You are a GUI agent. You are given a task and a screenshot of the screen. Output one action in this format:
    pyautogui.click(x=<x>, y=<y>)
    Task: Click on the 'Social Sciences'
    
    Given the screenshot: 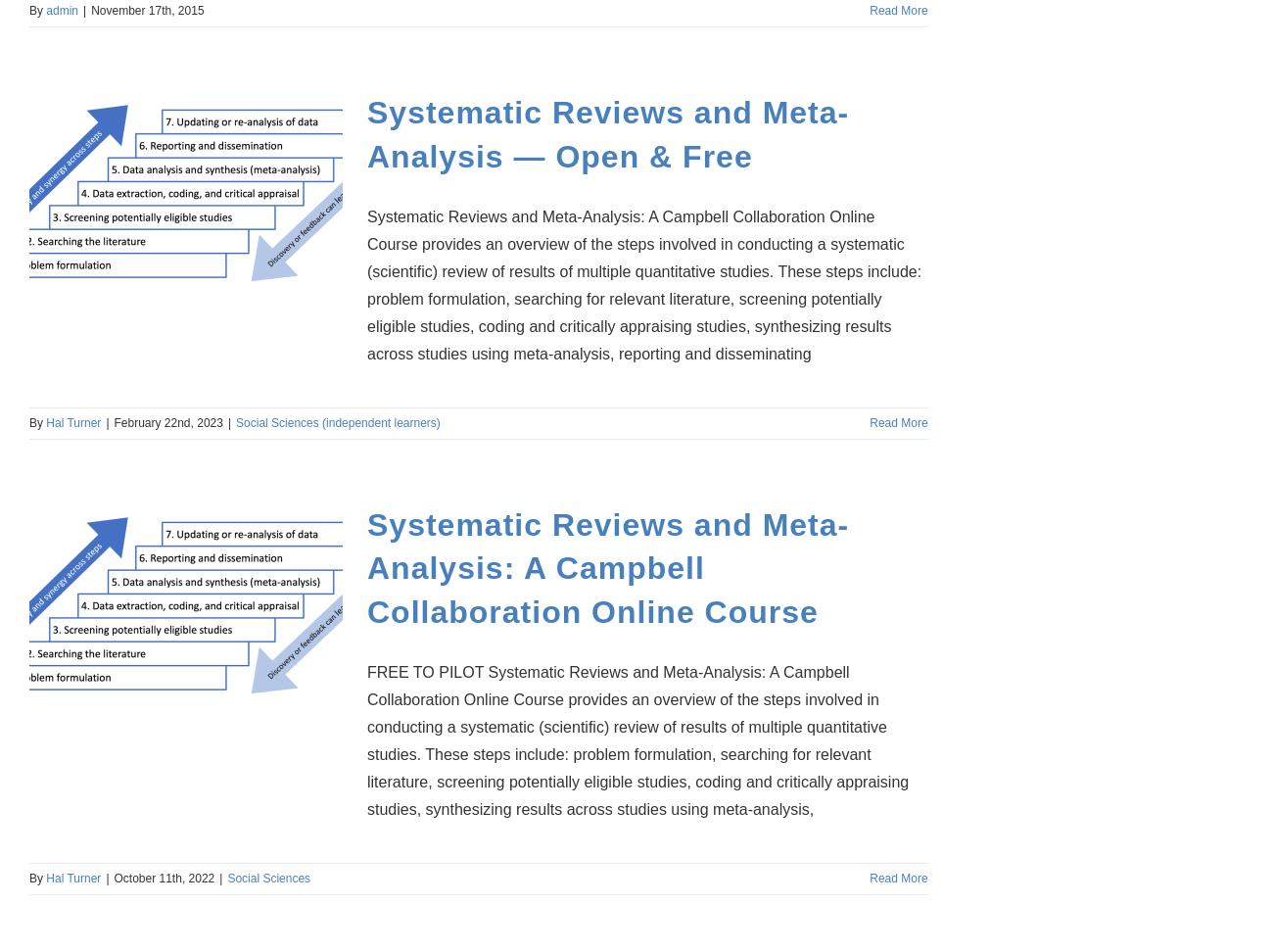 What is the action you would take?
    pyautogui.click(x=268, y=877)
    